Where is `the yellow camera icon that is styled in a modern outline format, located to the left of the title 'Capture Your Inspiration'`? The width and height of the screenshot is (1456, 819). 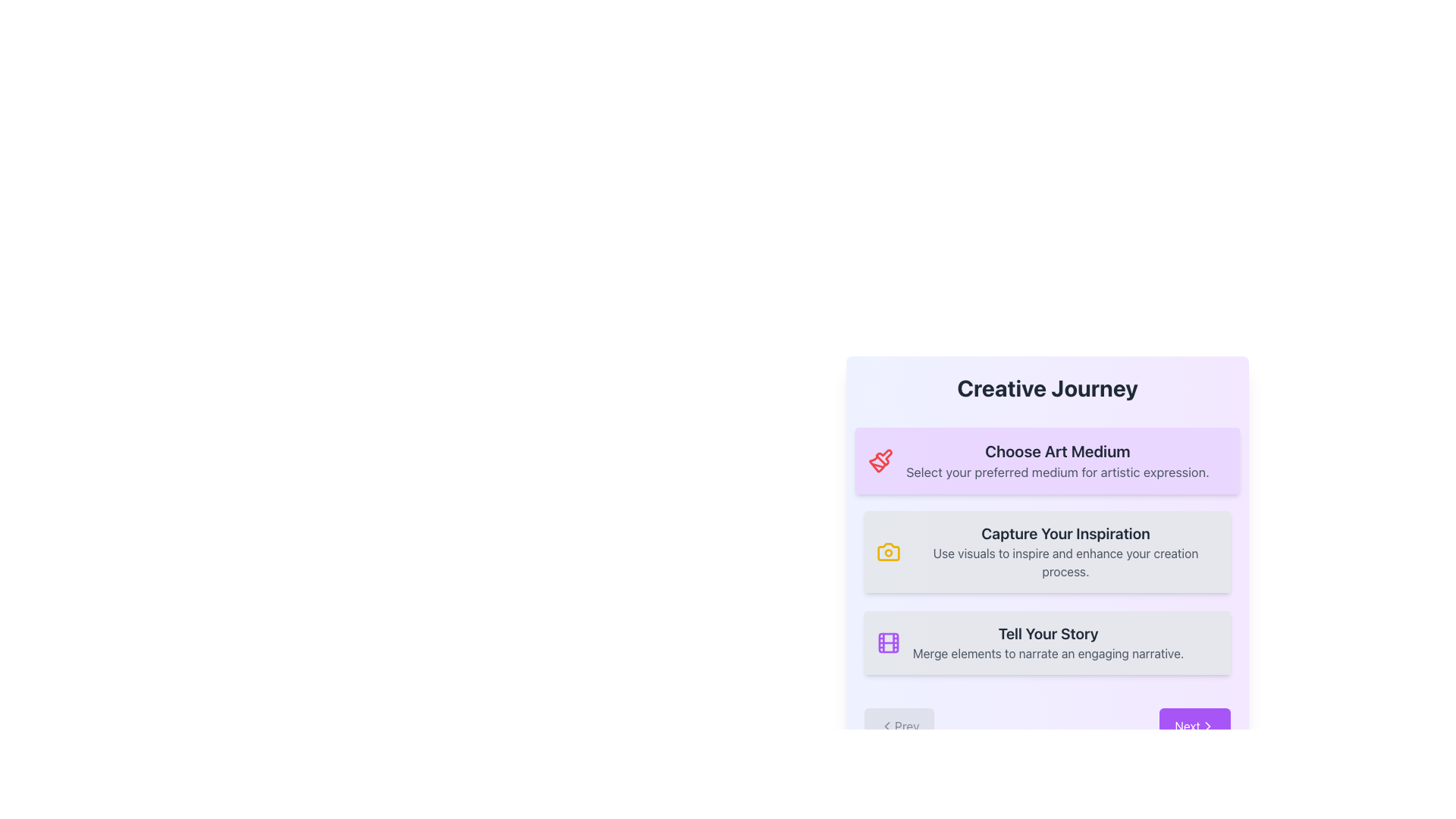 the yellow camera icon that is styled in a modern outline format, located to the left of the title 'Capture Your Inspiration' is located at coordinates (888, 552).